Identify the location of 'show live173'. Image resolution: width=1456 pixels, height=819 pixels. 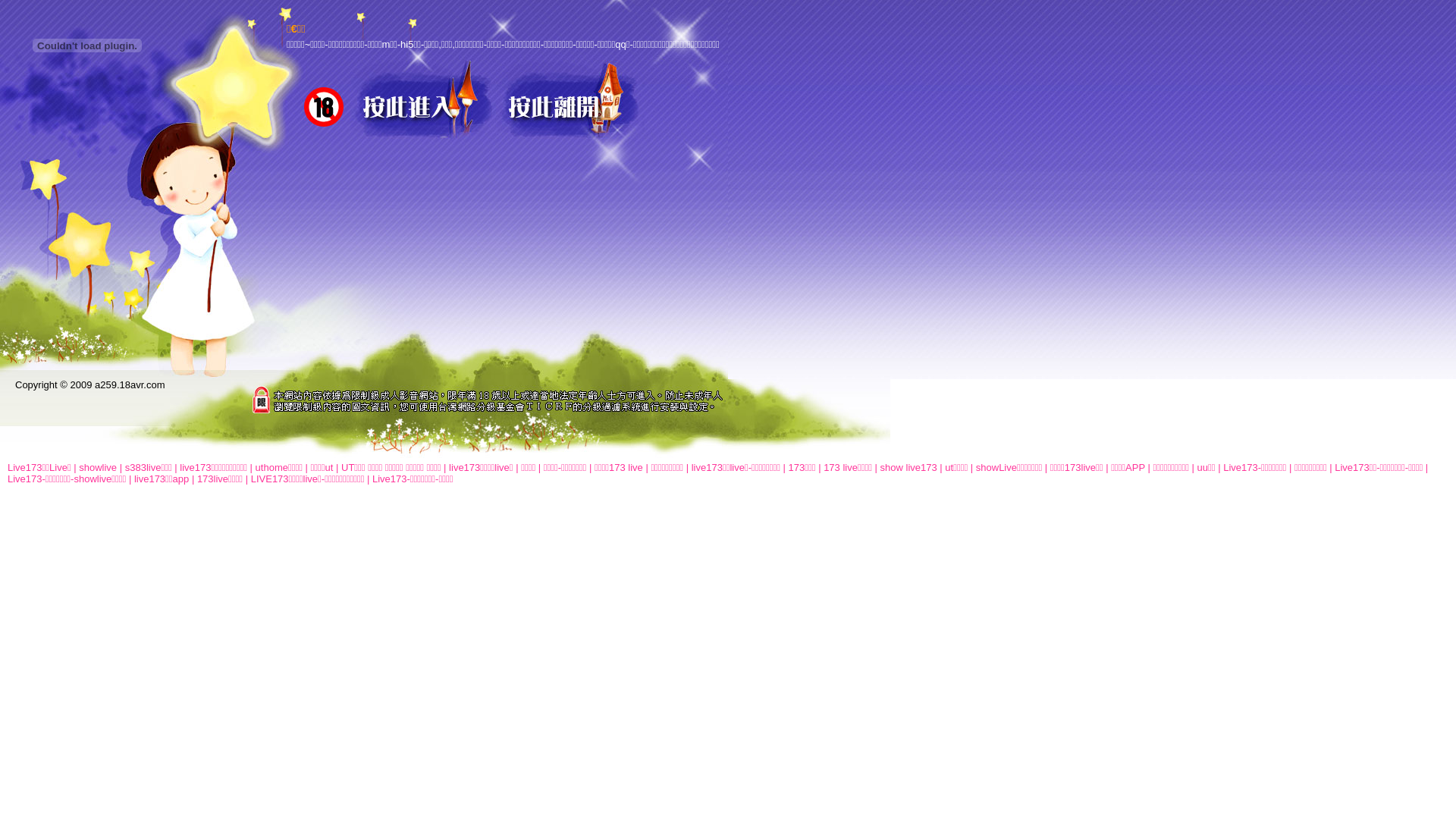
(908, 466).